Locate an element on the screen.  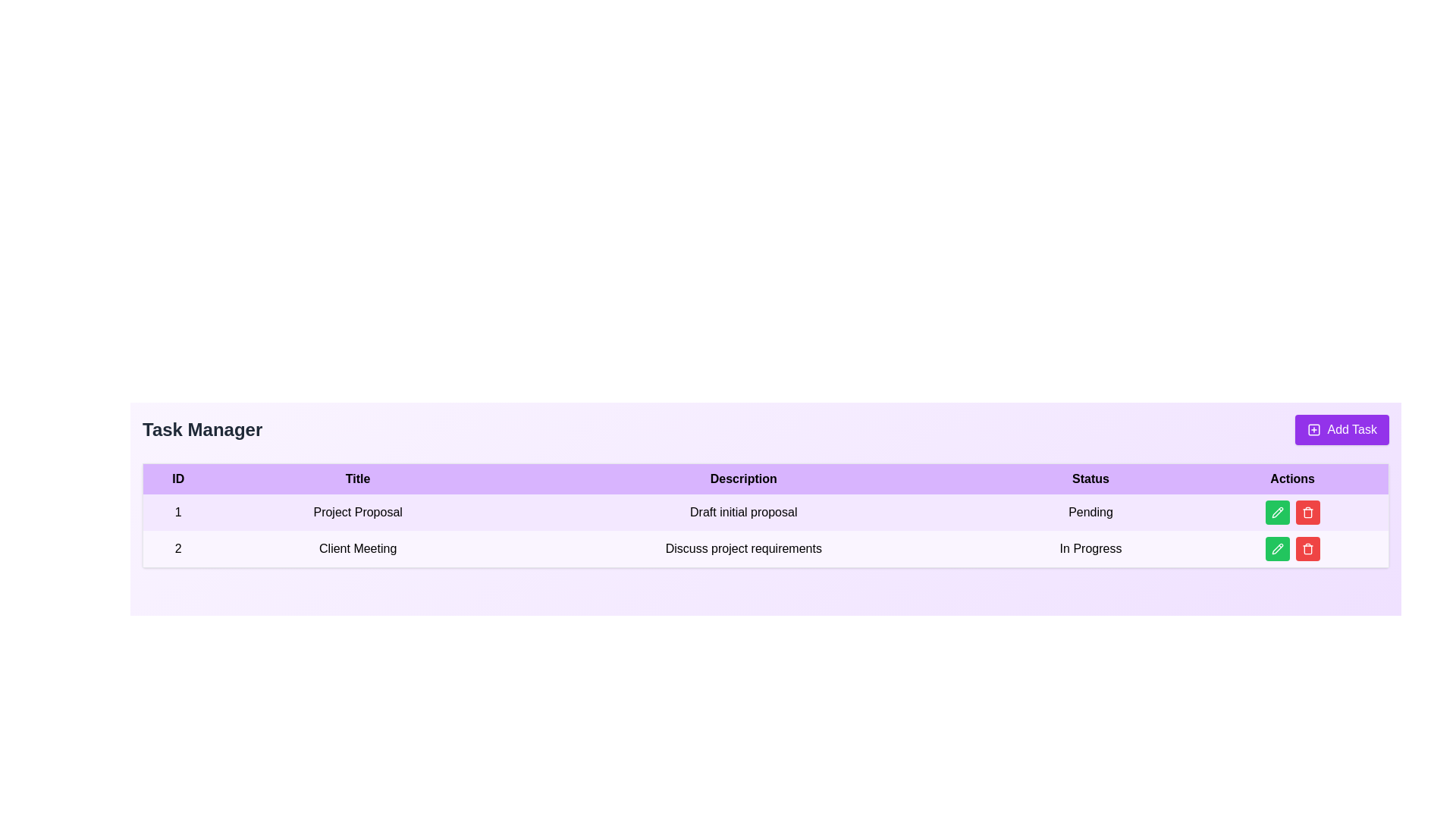
the text 'Client Meeting' located in the second row under the 'Title' column of the table is located at coordinates (357, 549).